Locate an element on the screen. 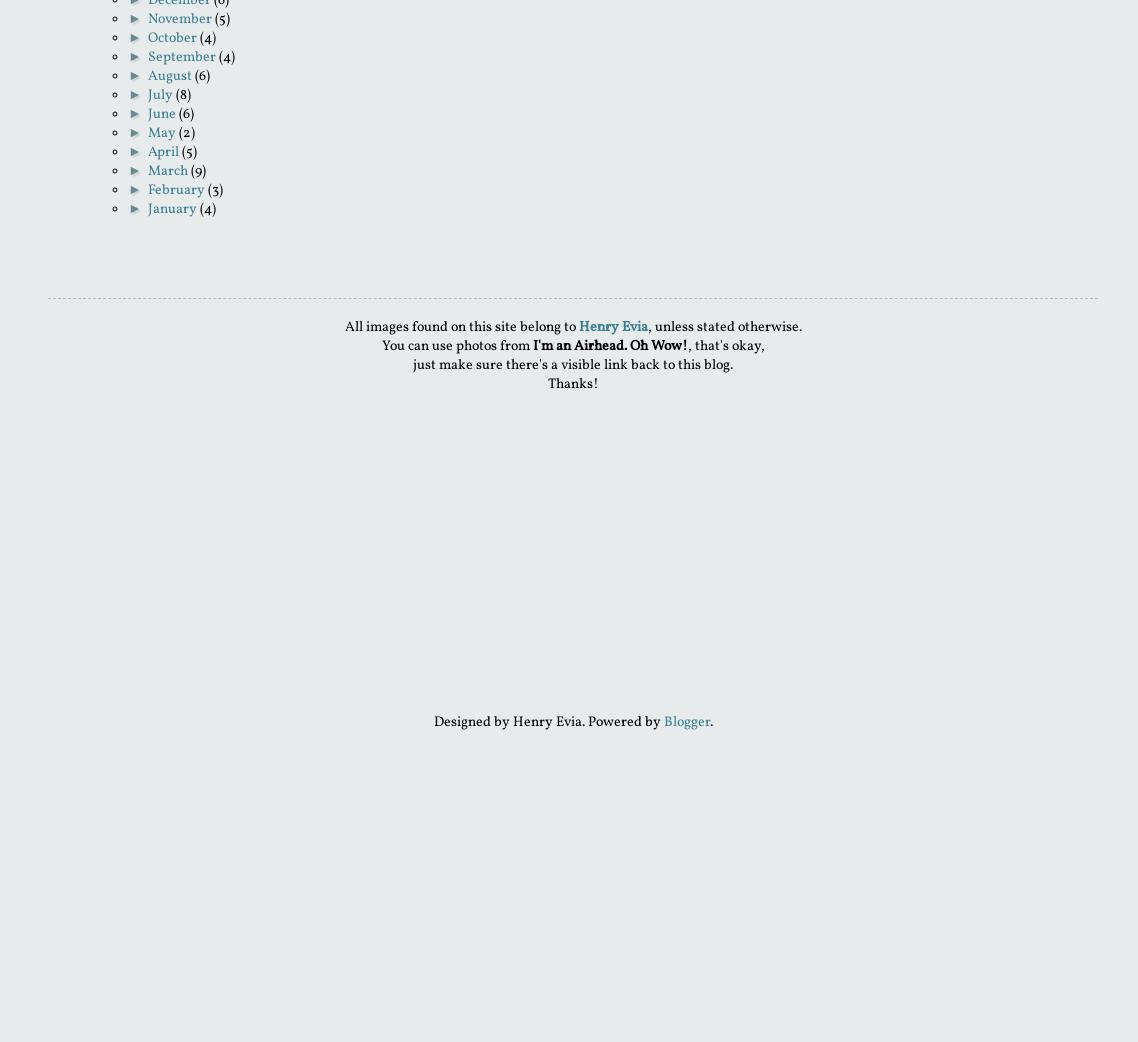  'October' is located at coordinates (147, 37).